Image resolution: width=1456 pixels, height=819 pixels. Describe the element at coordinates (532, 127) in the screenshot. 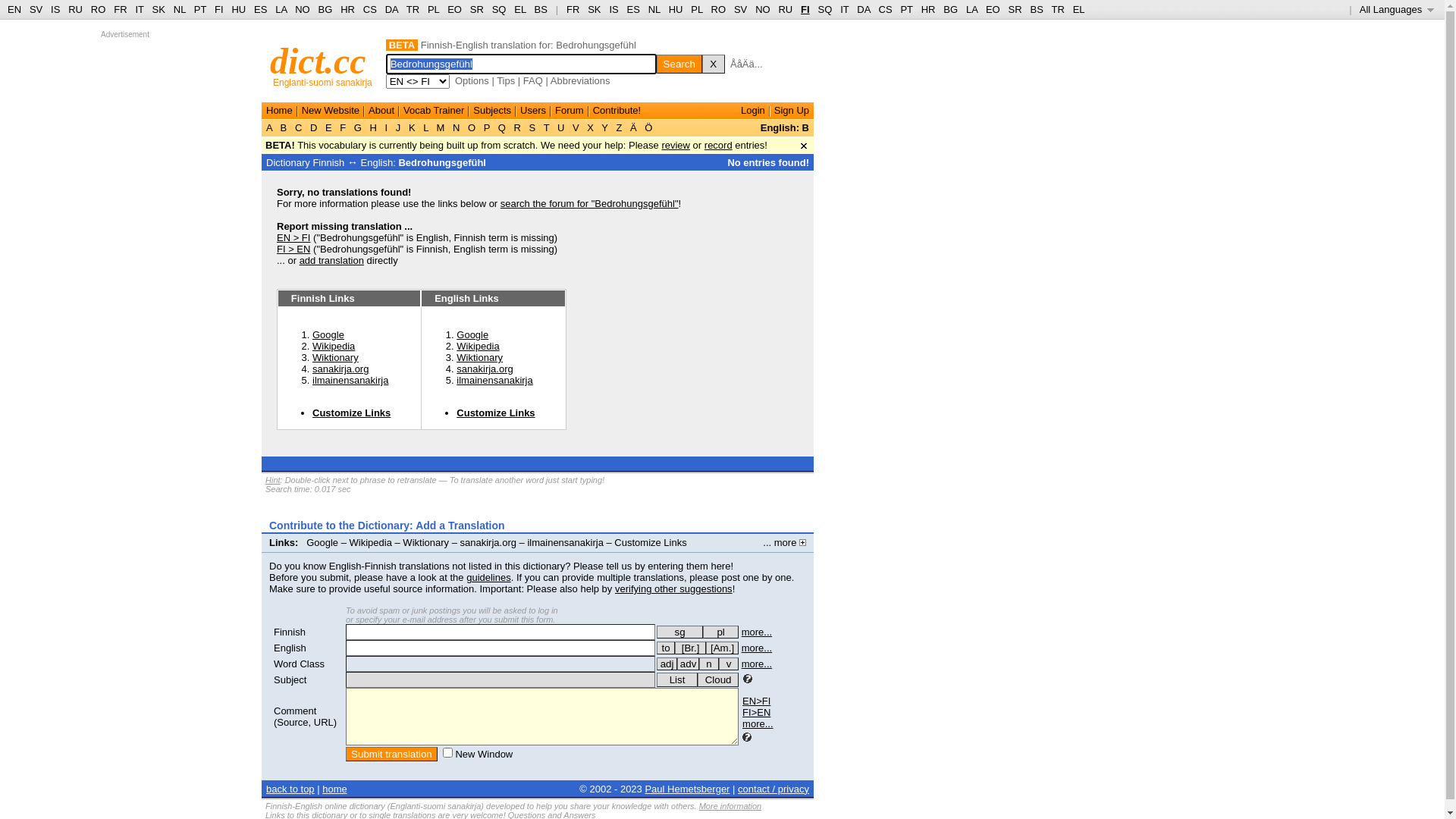

I see `'S'` at that location.